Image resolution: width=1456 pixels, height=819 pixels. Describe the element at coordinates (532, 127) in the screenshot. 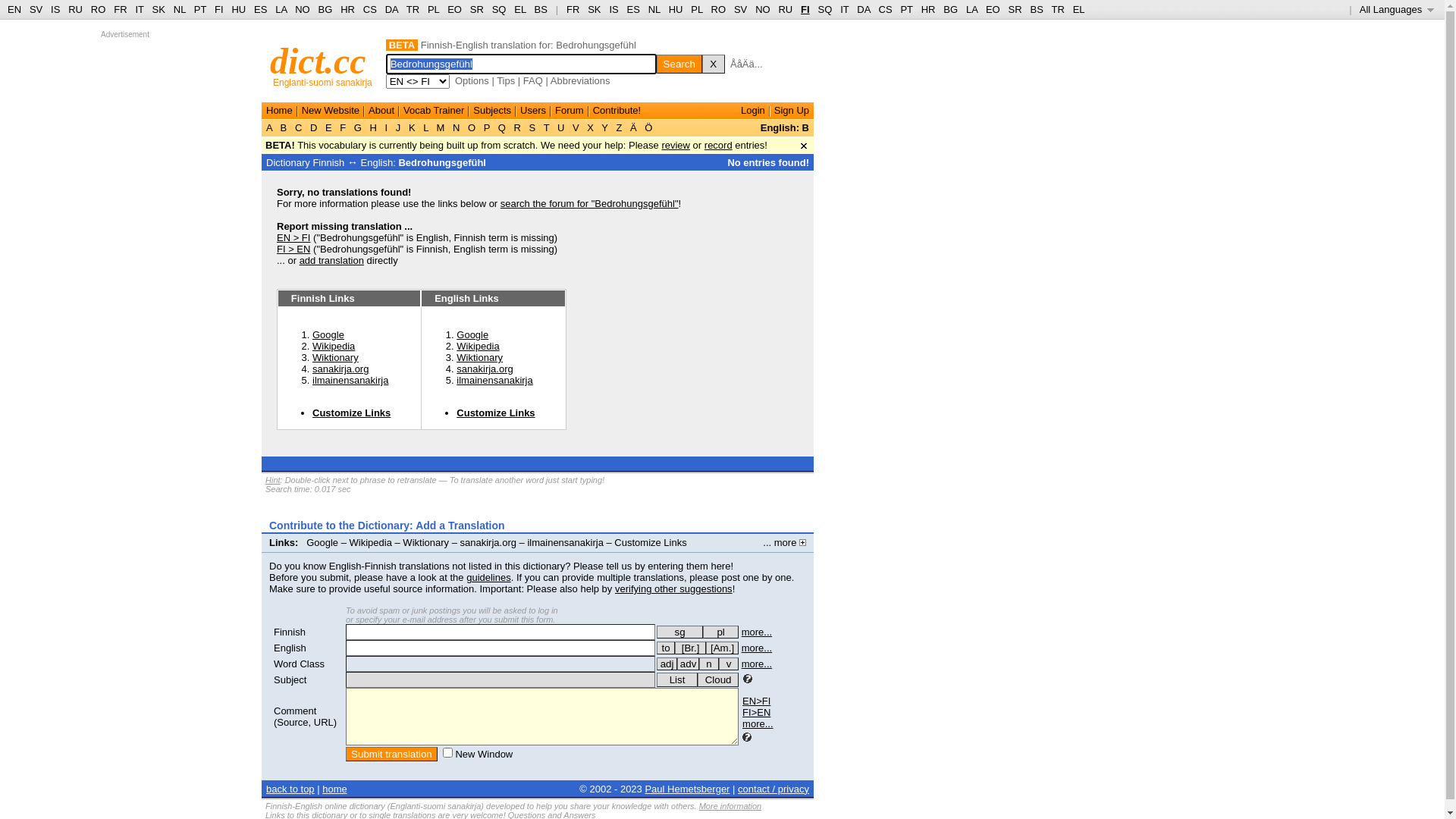

I see `'S'` at that location.